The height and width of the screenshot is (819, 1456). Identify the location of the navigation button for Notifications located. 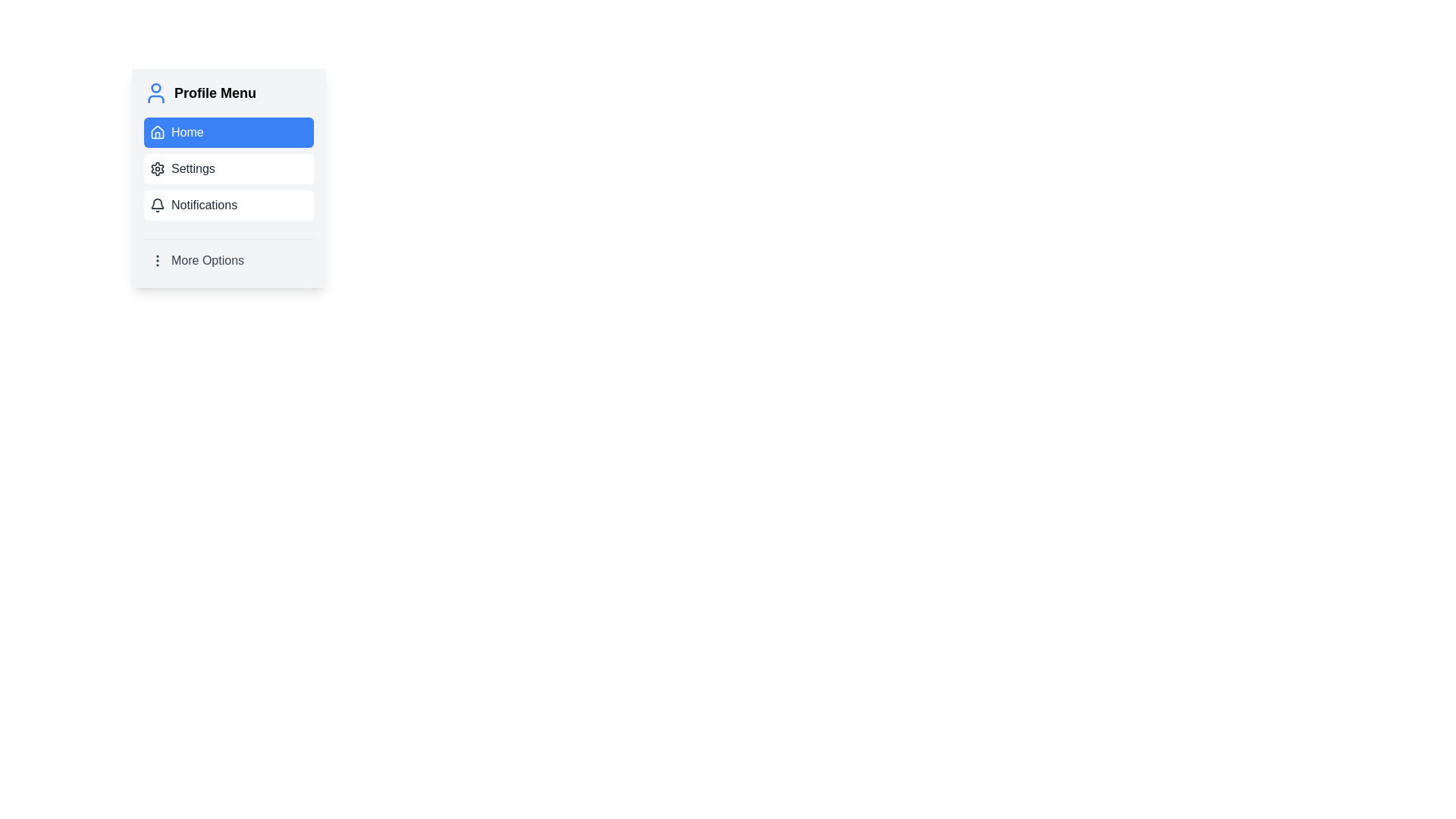
(228, 205).